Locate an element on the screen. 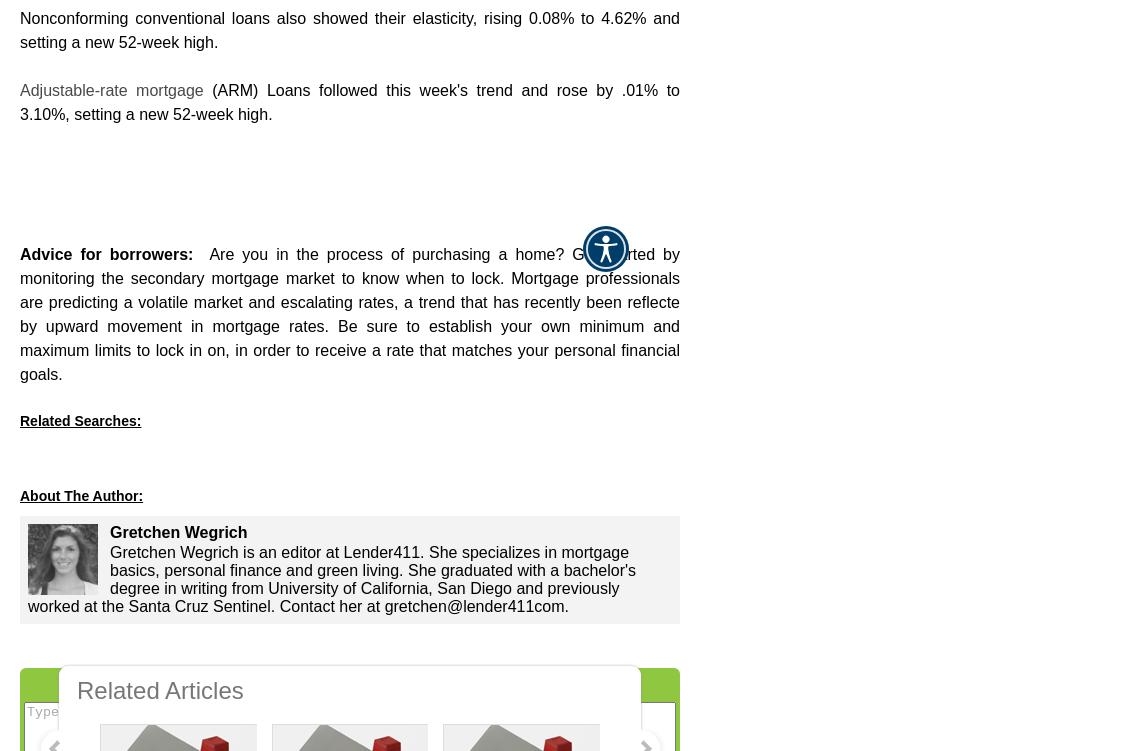 This screenshot has width=1140, height=751. 'Advice for borrowers:' is located at coordinates (19, 253).